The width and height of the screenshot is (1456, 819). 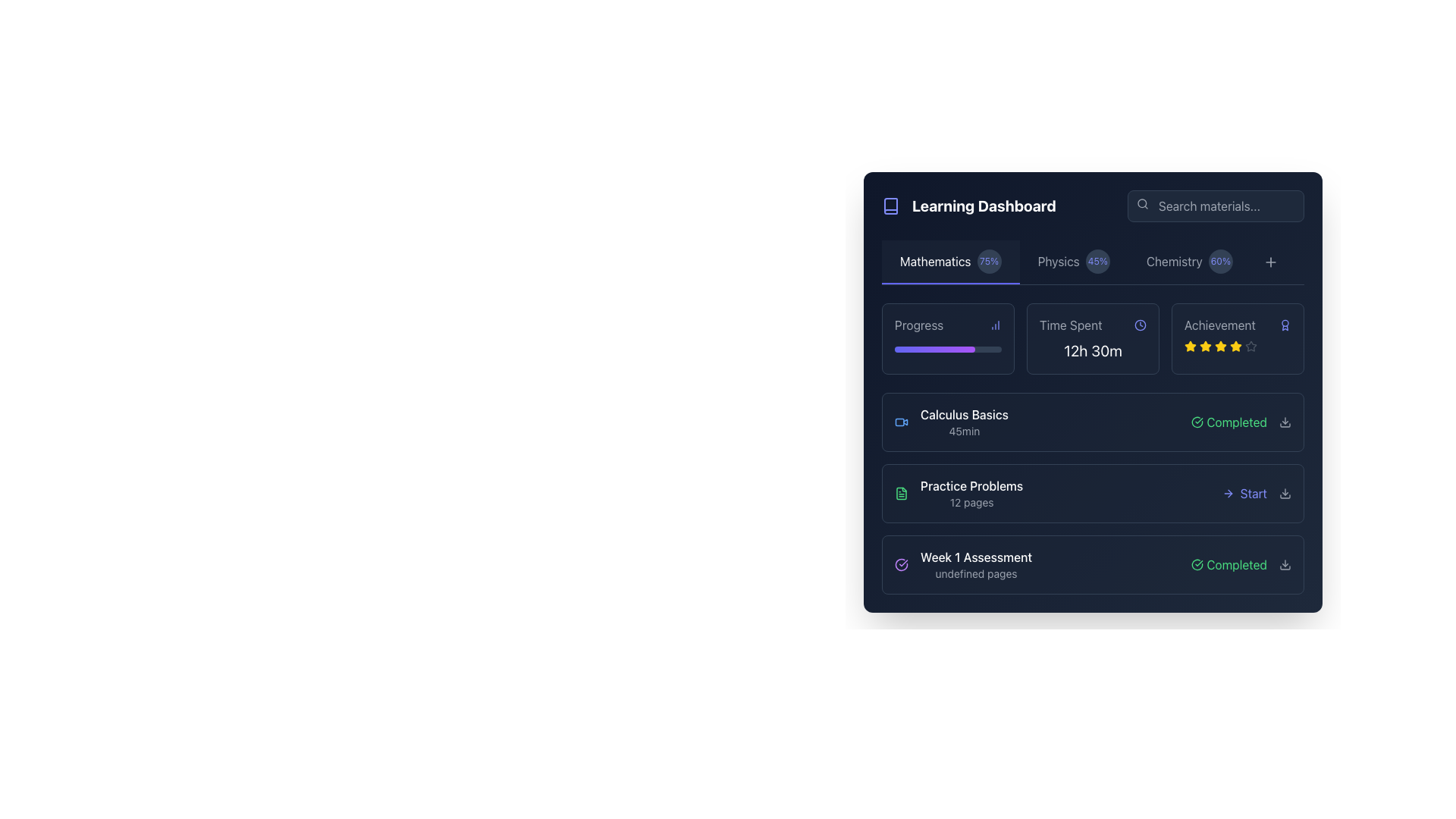 What do you see at coordinates (902, 564) in the screenshot?
I see `the completion icon located to the right of the 'Week 1 Assessment' label in the dashboard interface, which visually indicates a completed state for the associated task` at bounding box center [902, 564].